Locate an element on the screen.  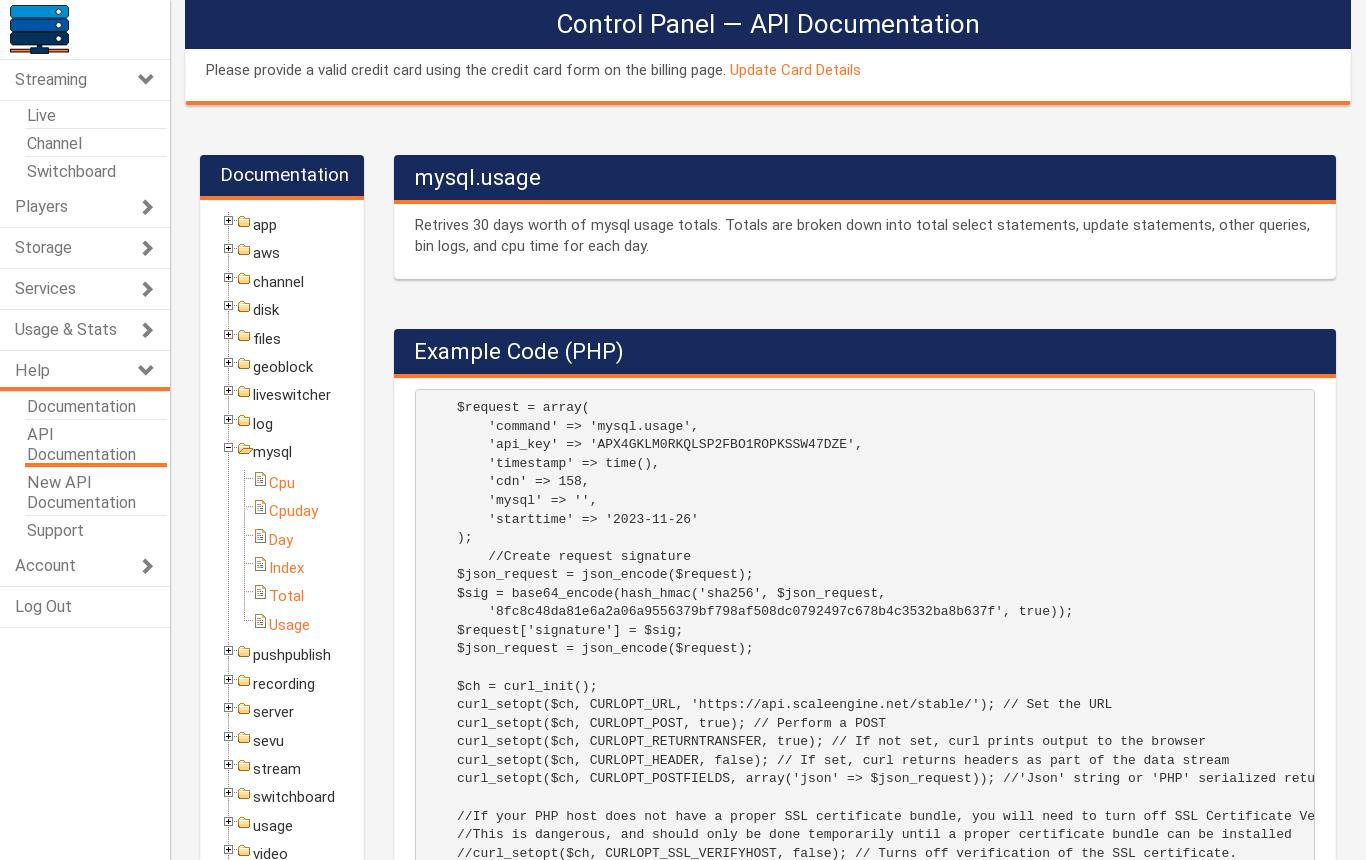
'mysql' is located at coordinates (272, 452).